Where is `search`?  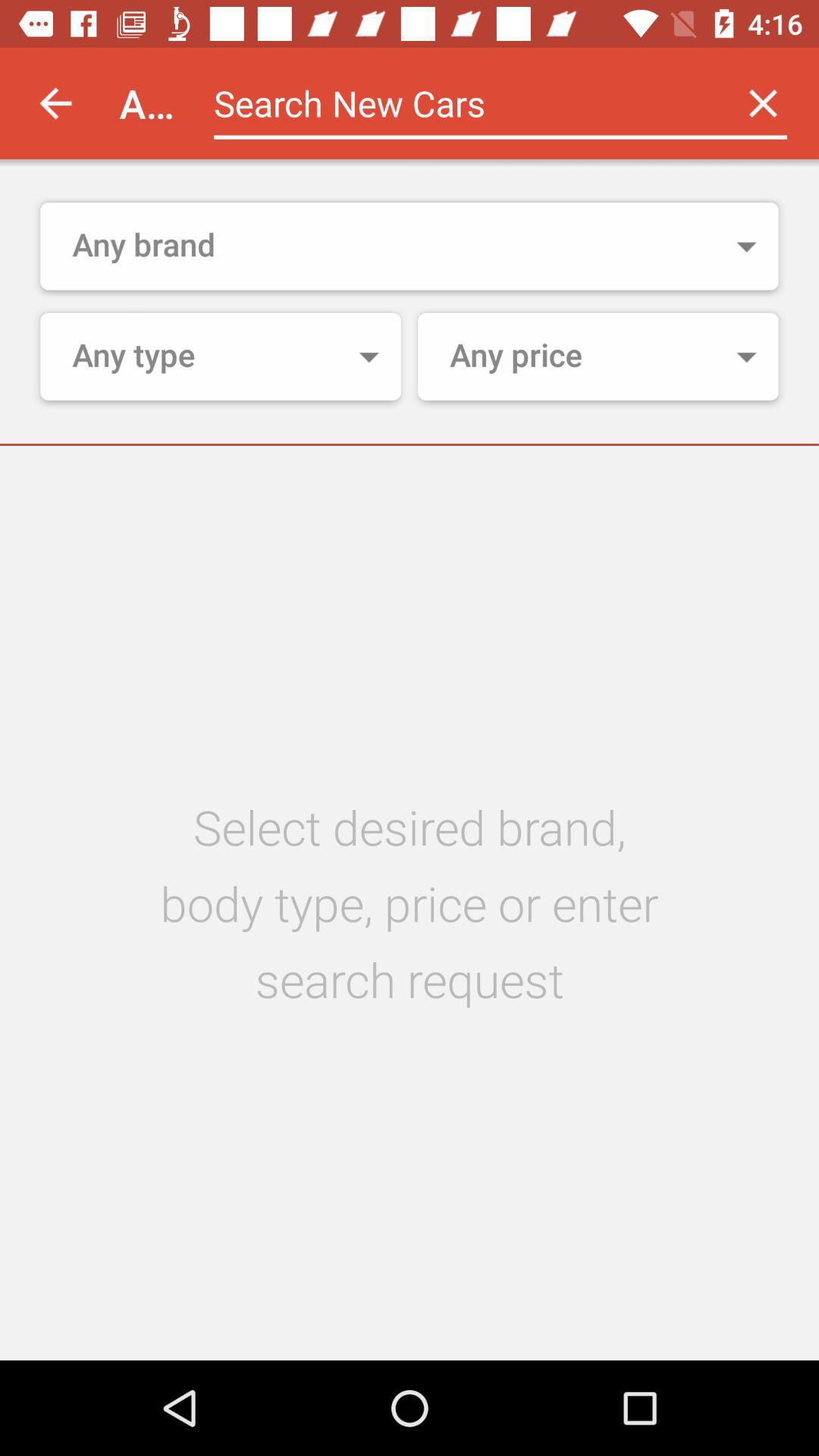
search is located at coordinates (460, 102).